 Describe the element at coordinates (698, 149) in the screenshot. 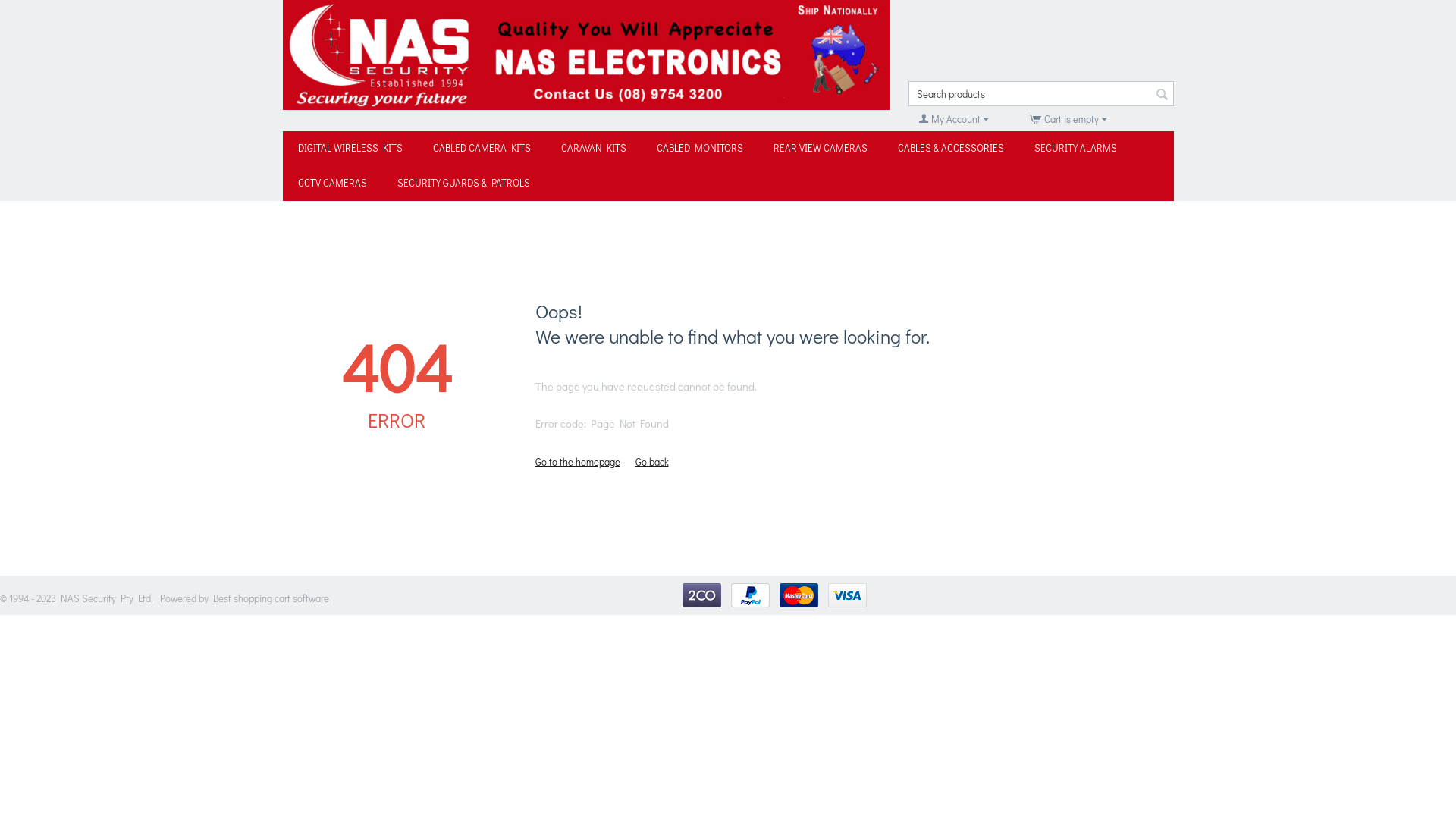

I see `'CABLED MONITORS'` at that location.